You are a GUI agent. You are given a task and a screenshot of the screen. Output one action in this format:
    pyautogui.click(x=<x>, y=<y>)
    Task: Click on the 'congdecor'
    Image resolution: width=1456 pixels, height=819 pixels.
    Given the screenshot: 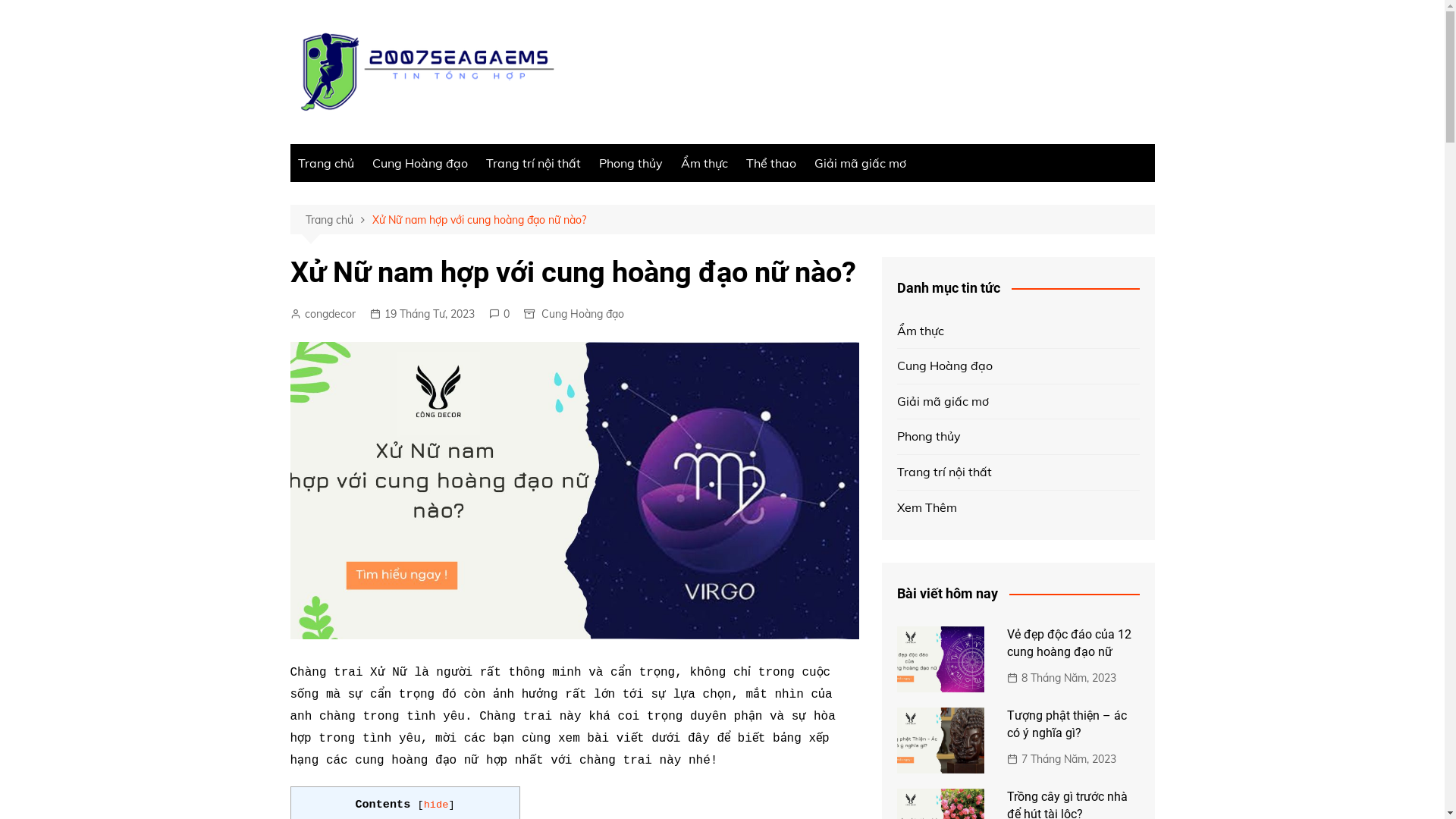 What is the action you would take?
    pyautogui.click(x=322, y=312)
    